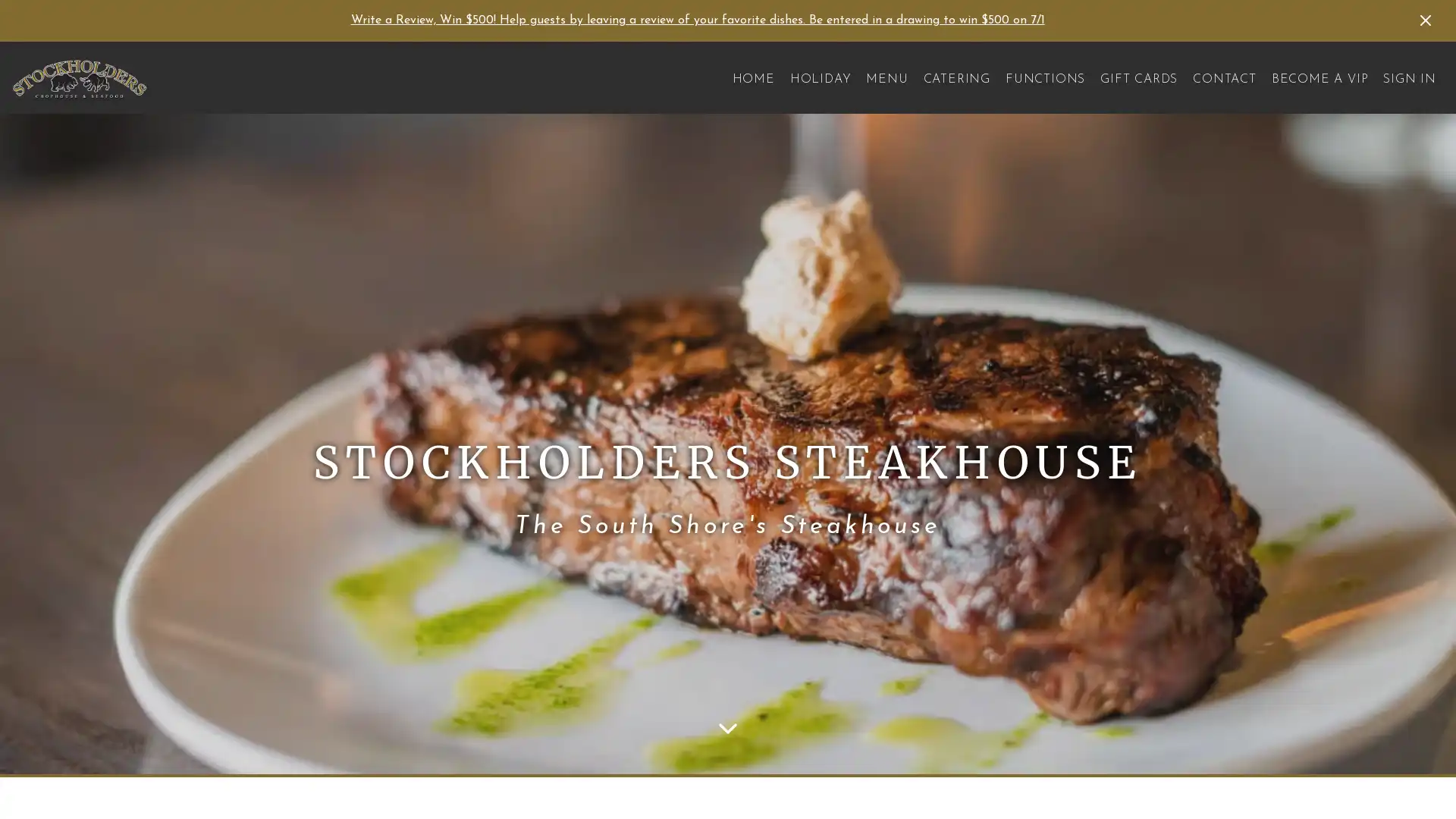 This screenshot has height=819, width=1456. Describe the element at coordinates (1425, 20) in the screenshot. I see `Dismiss Announcement` at that location.